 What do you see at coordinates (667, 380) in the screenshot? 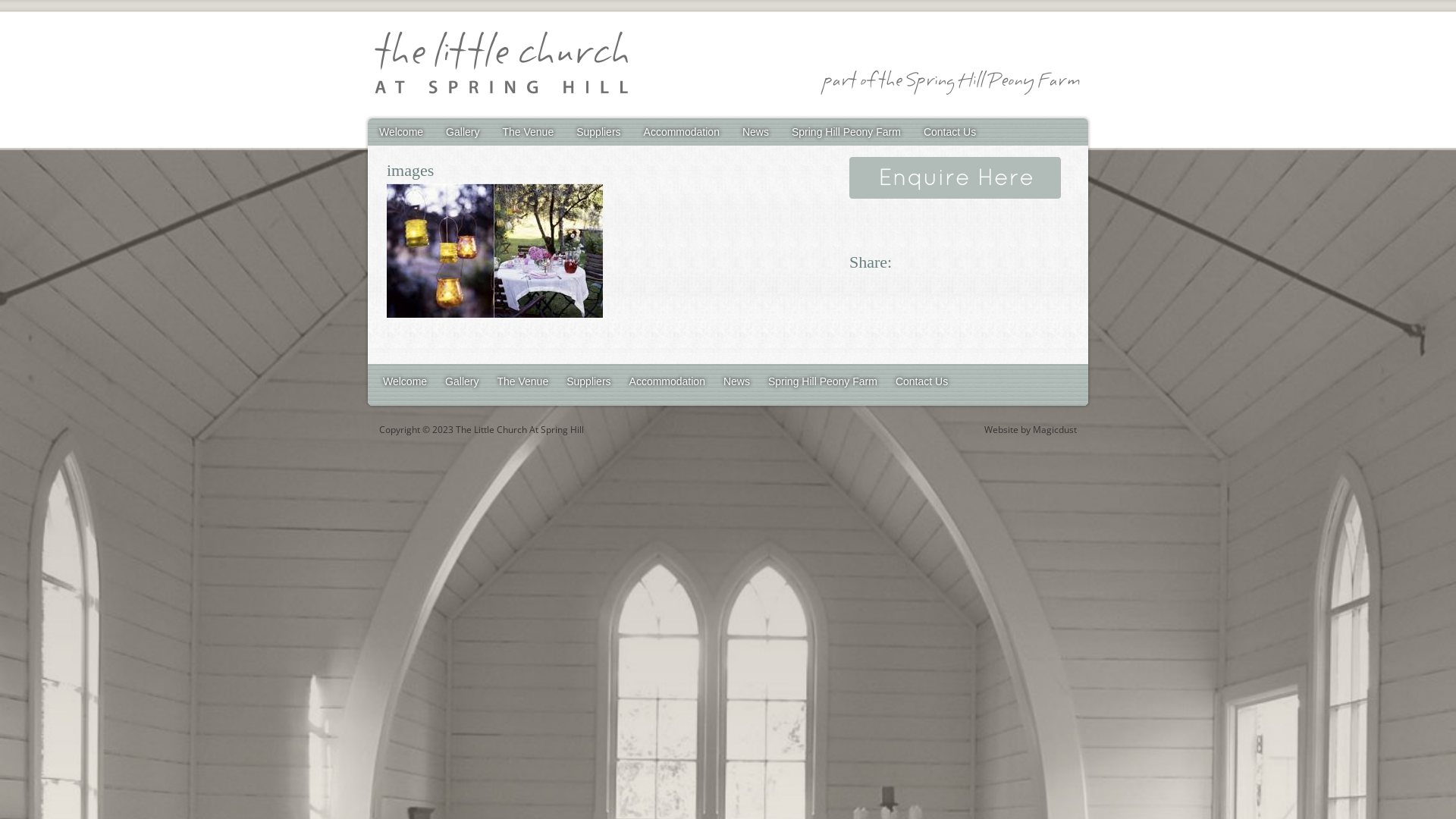
I see `'Accommodation'` at bounding box center [667, 380].